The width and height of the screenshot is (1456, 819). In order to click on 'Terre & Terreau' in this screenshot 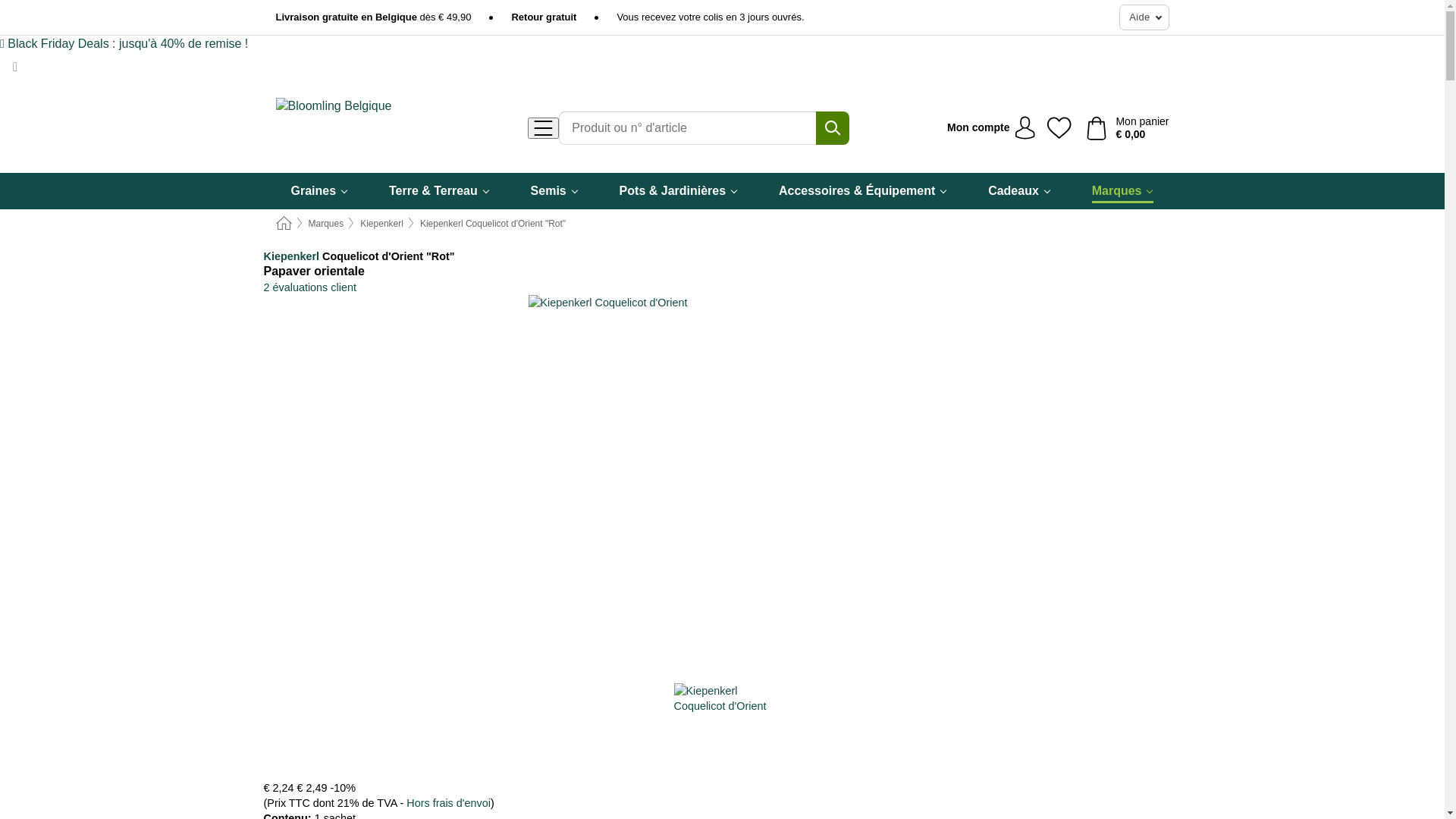, I will do `click(438, 190)`.